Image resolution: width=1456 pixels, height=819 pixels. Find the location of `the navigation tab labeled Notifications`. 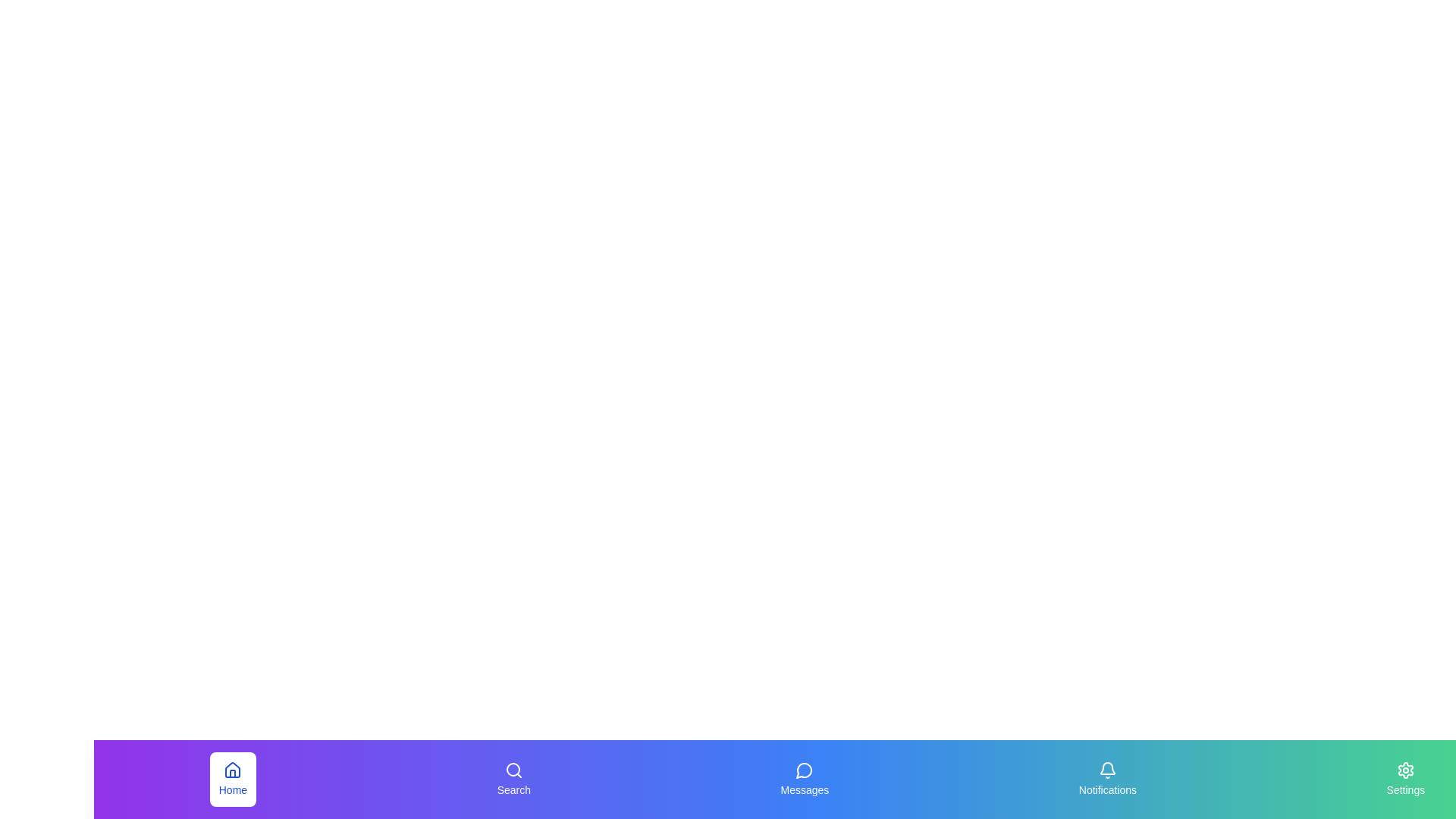

the navigation tab labeled Notifications is located at coordinates (1106, 780).